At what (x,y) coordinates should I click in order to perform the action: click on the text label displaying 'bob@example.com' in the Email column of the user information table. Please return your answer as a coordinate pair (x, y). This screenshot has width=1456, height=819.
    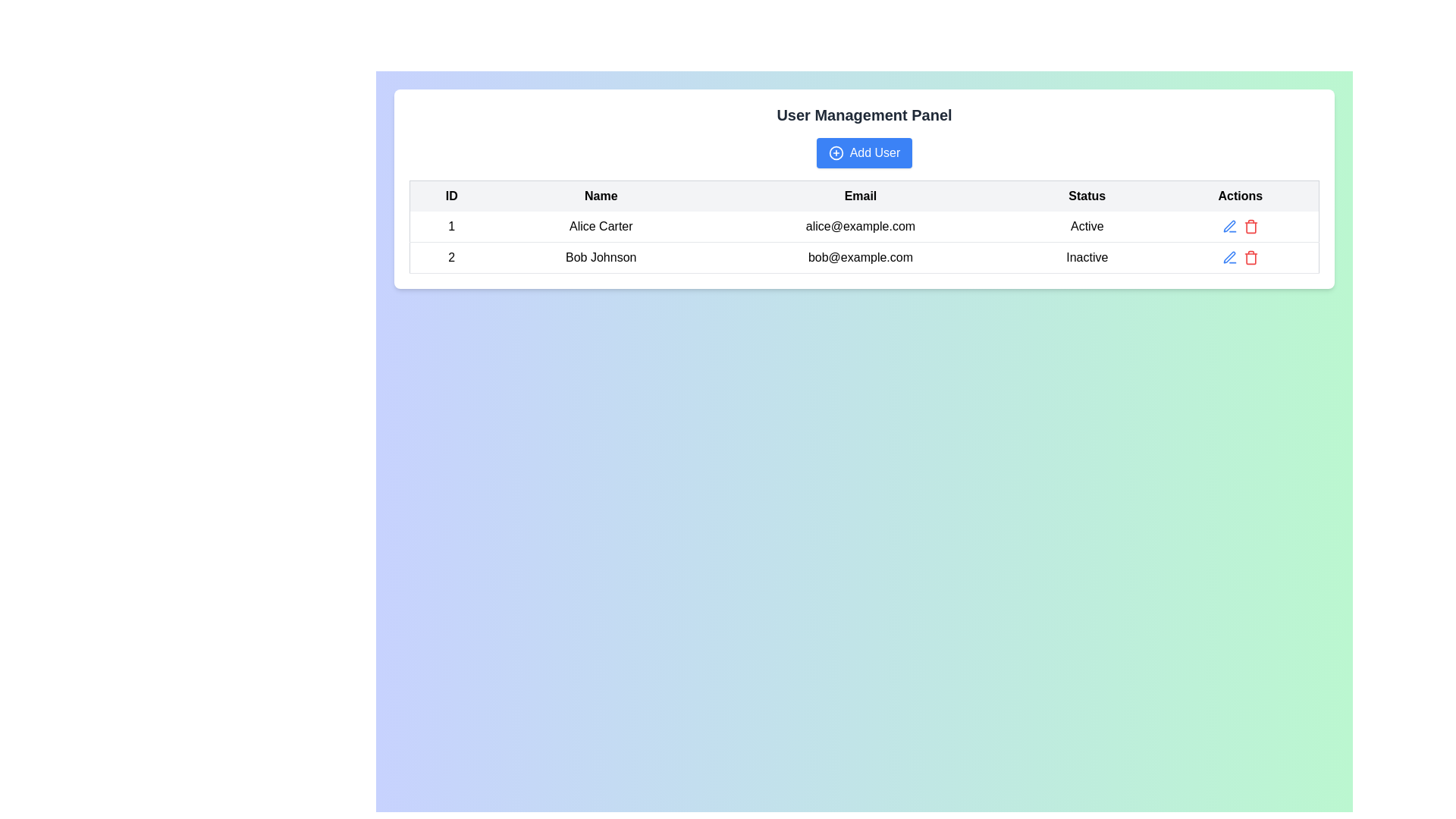
    Looking at the image, I should click on (860, 256).